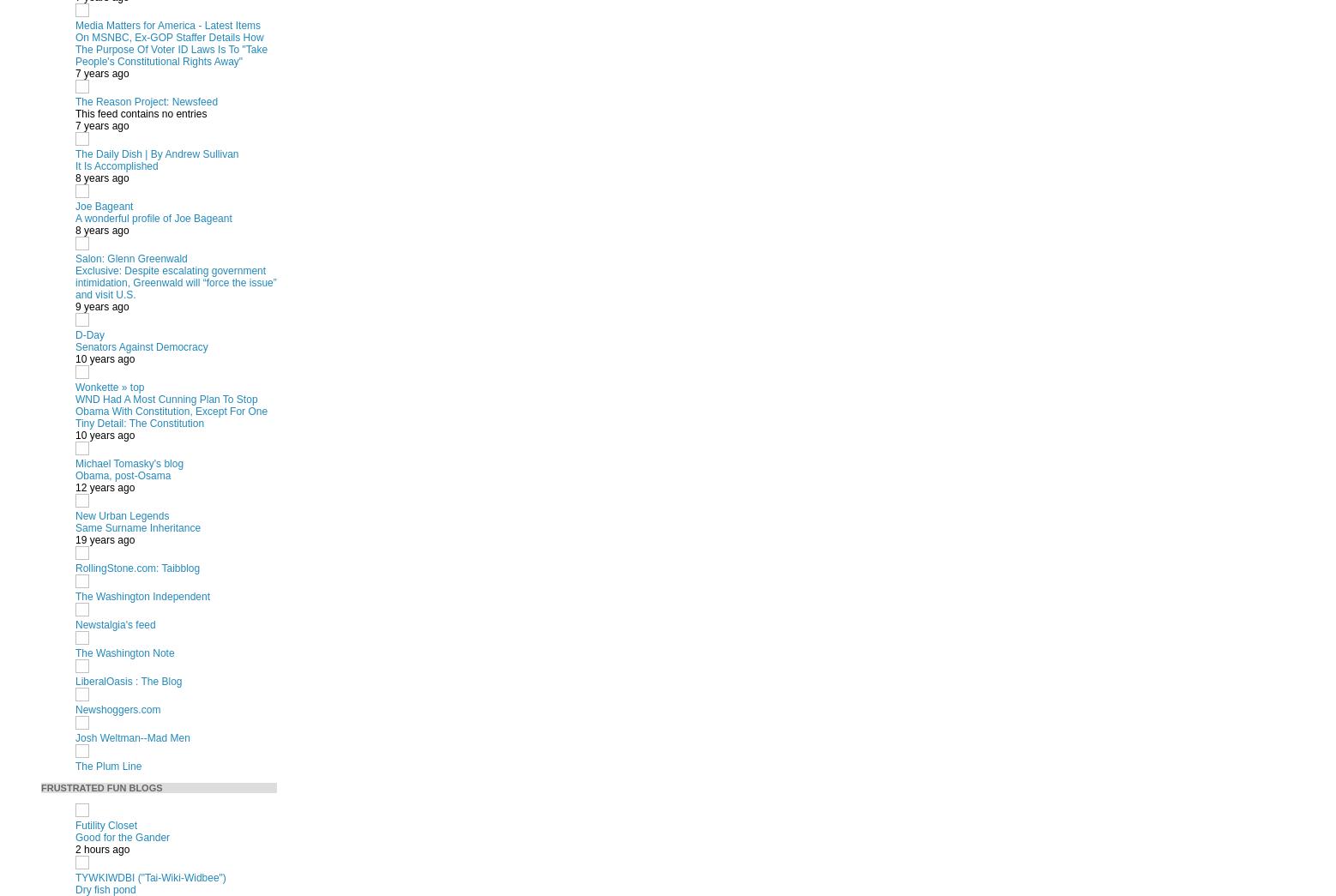  What do you see at coordinates (157, 153) in the screenshot?
I see `'The Daily Dish | By Andrew Sullivan'` at bounding box center [157, 153].